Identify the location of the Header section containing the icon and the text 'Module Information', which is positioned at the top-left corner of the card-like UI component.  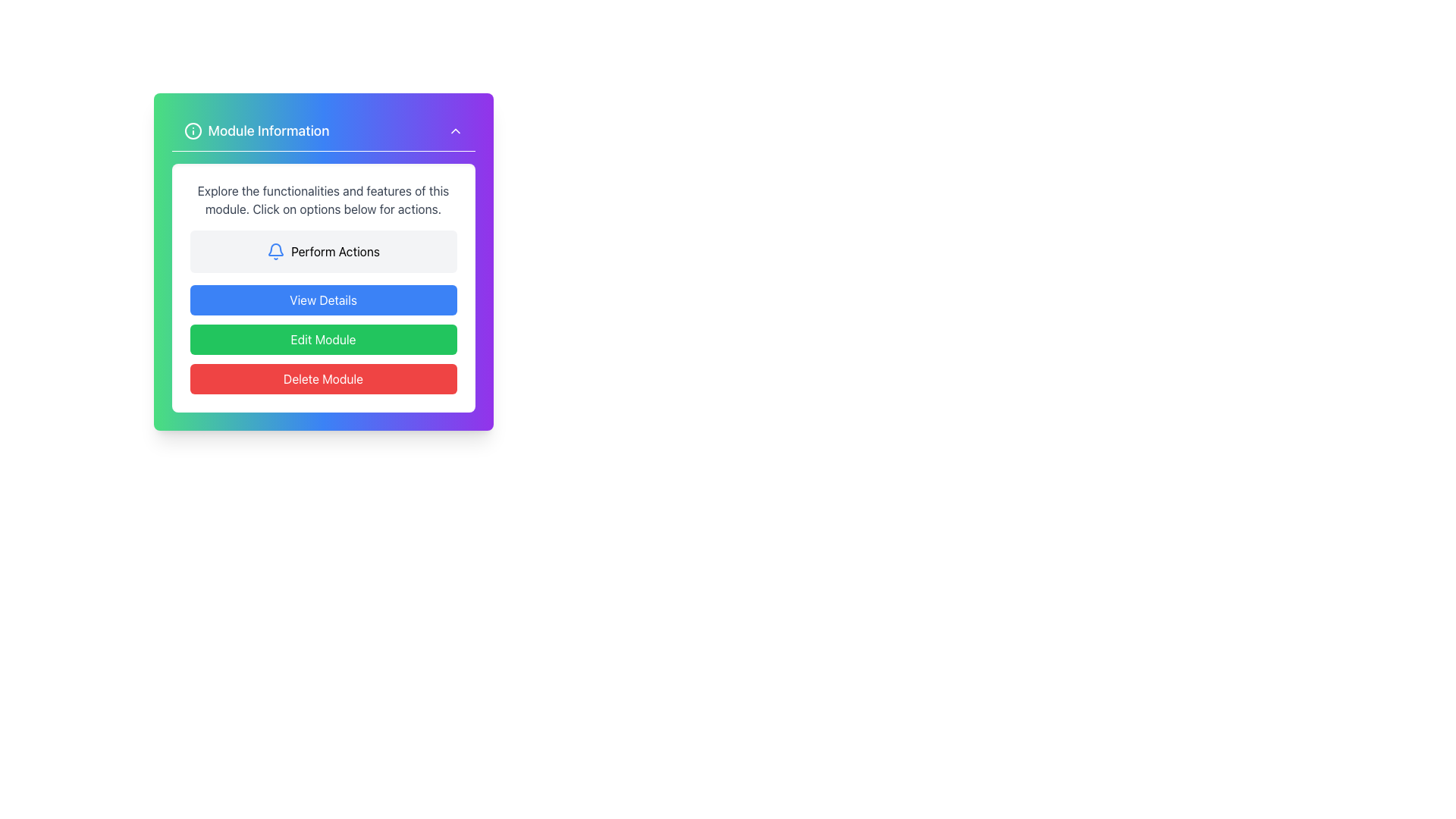
(256, 130).